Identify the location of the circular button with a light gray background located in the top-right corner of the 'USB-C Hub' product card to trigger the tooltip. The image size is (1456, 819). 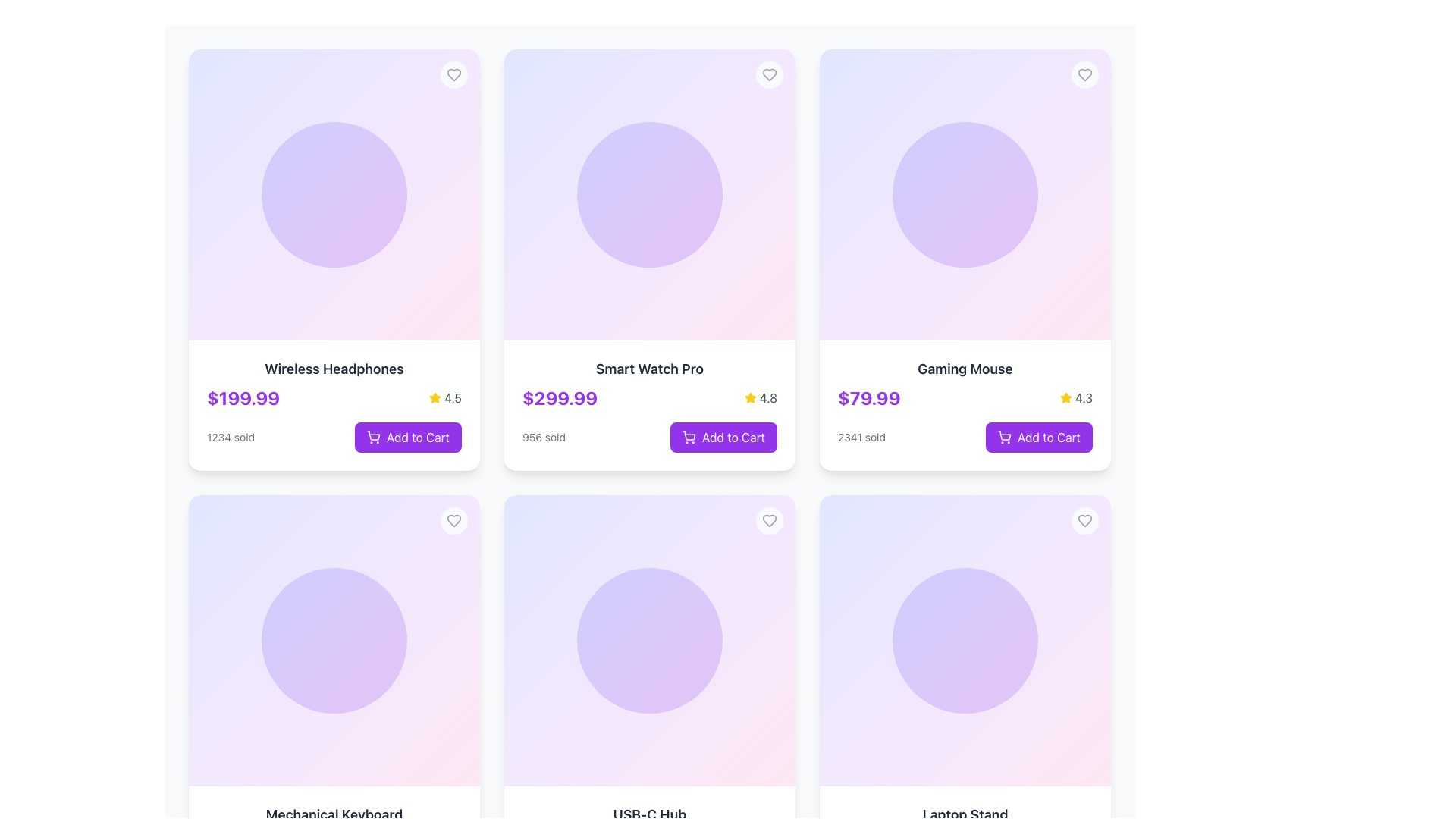
(769, 519).